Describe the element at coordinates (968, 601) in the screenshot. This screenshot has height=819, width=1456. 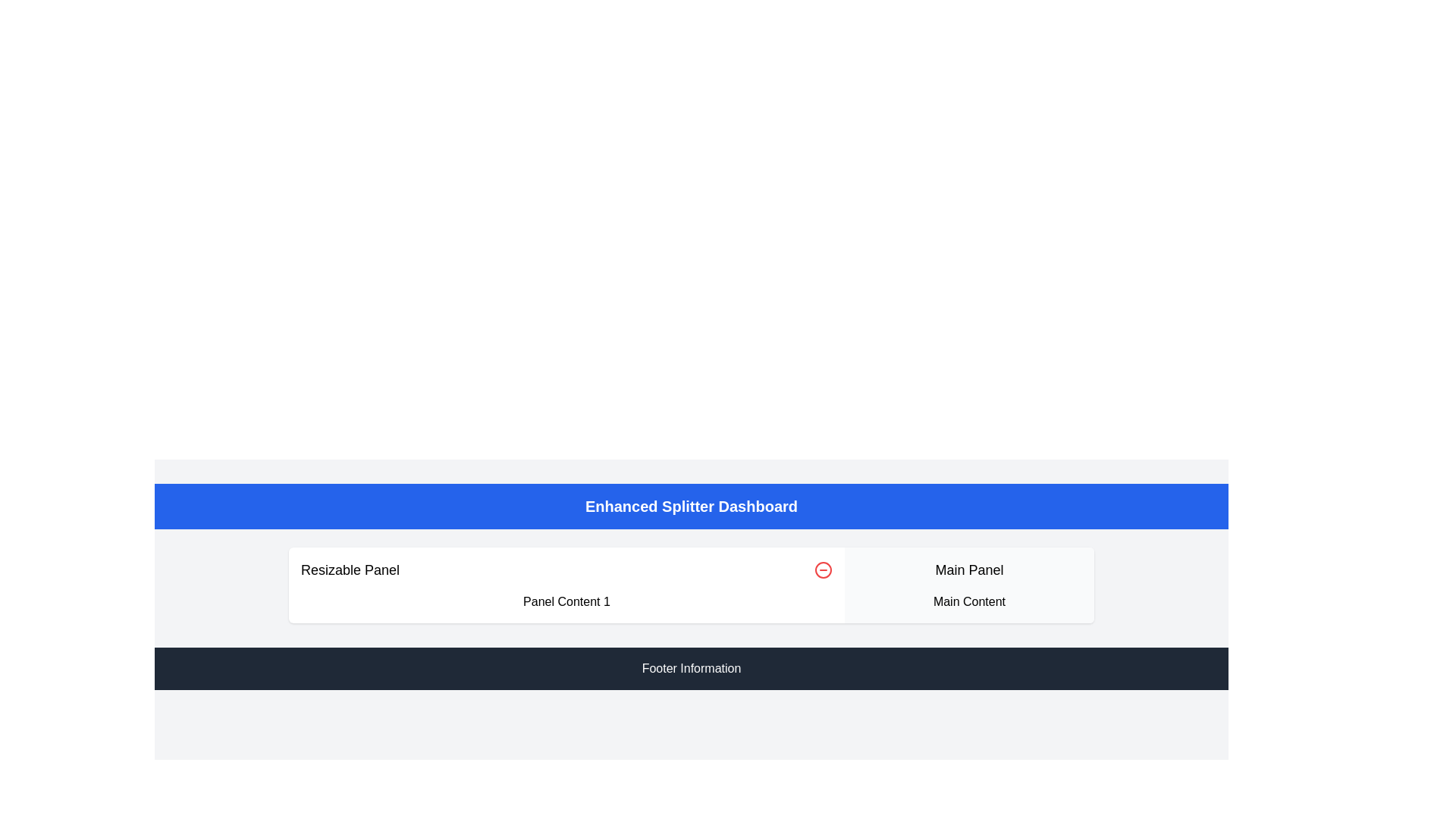
I see `the text label that describes the 'Main Content' section, positioned below the 'Main Panel' text element` at that location.